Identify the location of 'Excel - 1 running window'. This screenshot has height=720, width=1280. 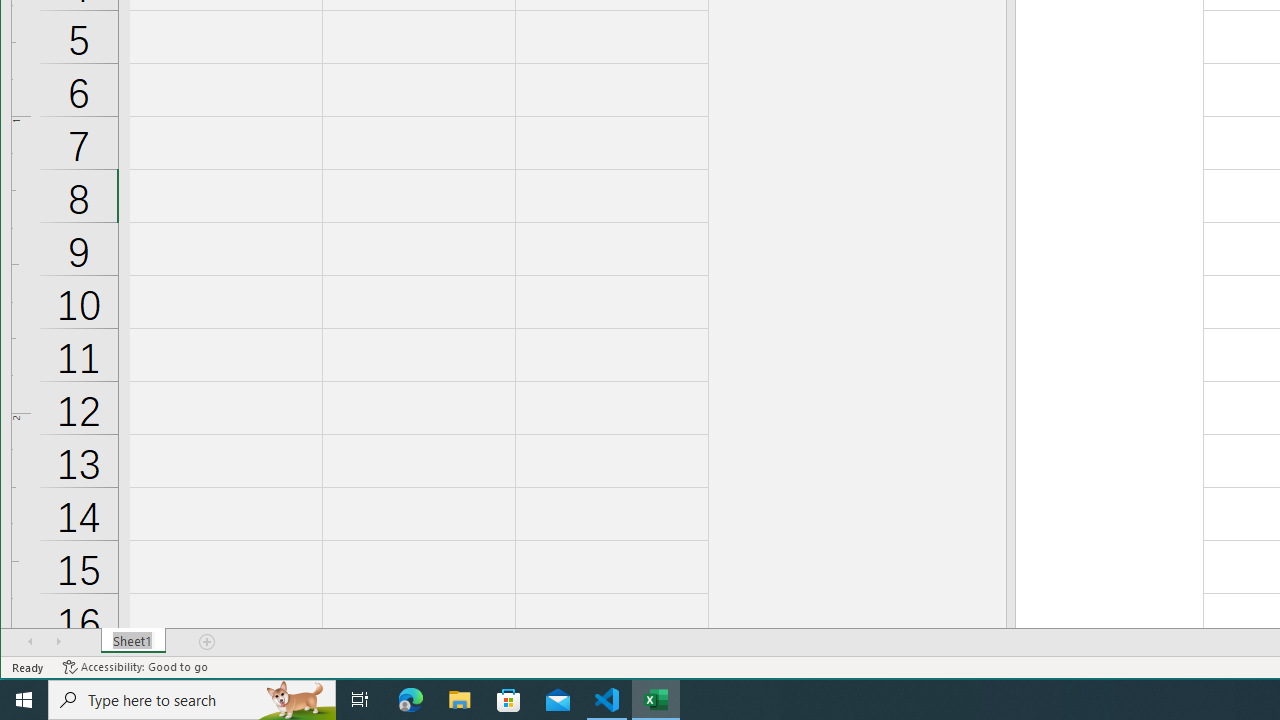
(656, 698).